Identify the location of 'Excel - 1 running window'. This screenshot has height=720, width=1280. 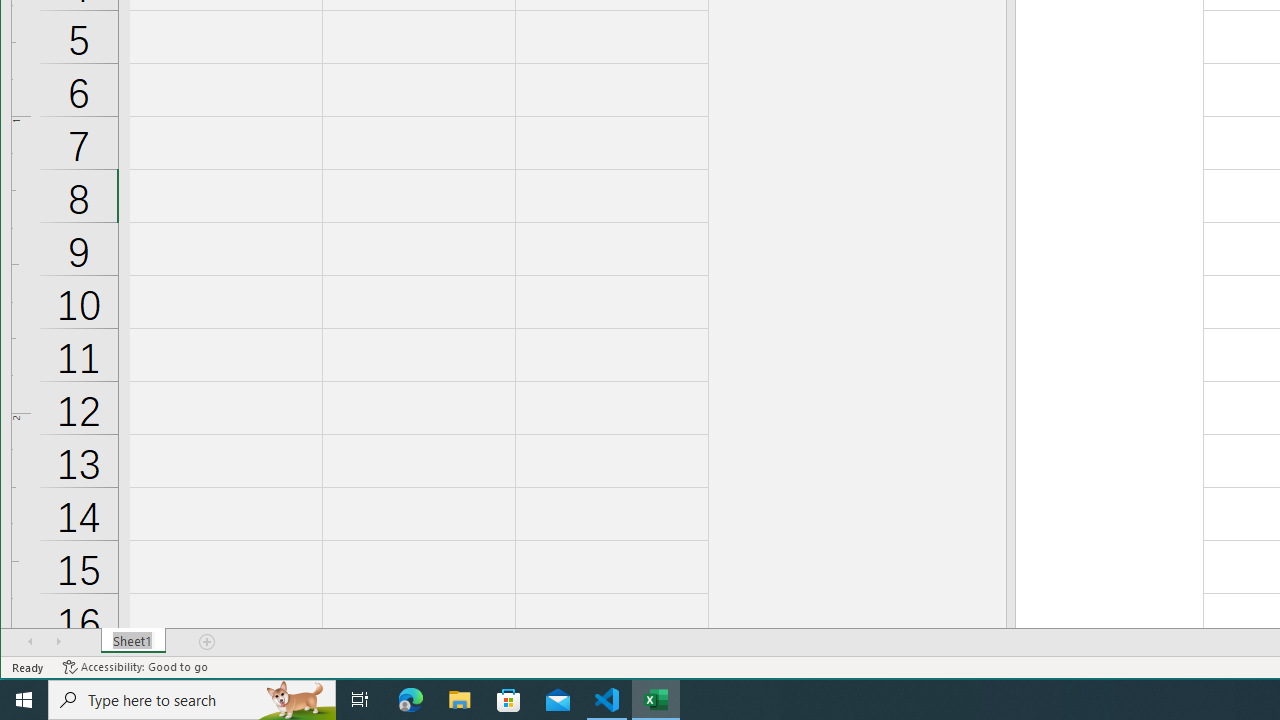
(656, 698).